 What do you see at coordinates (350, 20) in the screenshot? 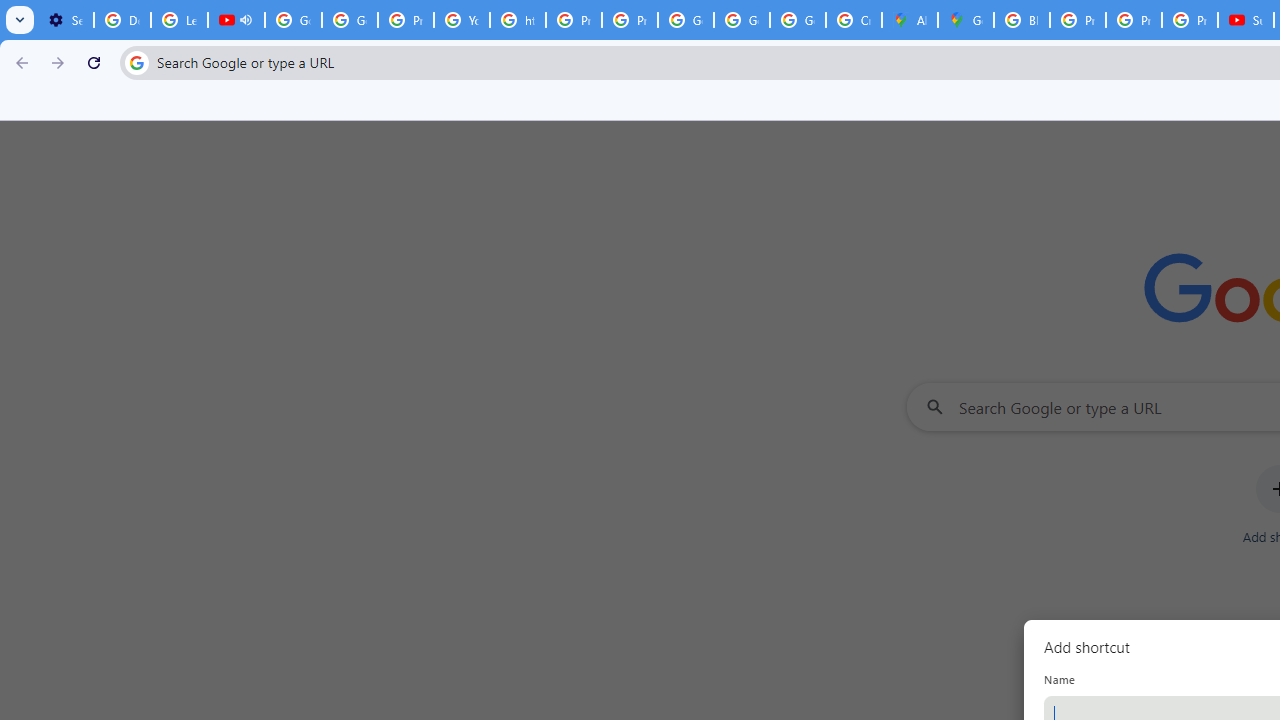
I see `'Google Account Help'` at bounding box center [350, 20].